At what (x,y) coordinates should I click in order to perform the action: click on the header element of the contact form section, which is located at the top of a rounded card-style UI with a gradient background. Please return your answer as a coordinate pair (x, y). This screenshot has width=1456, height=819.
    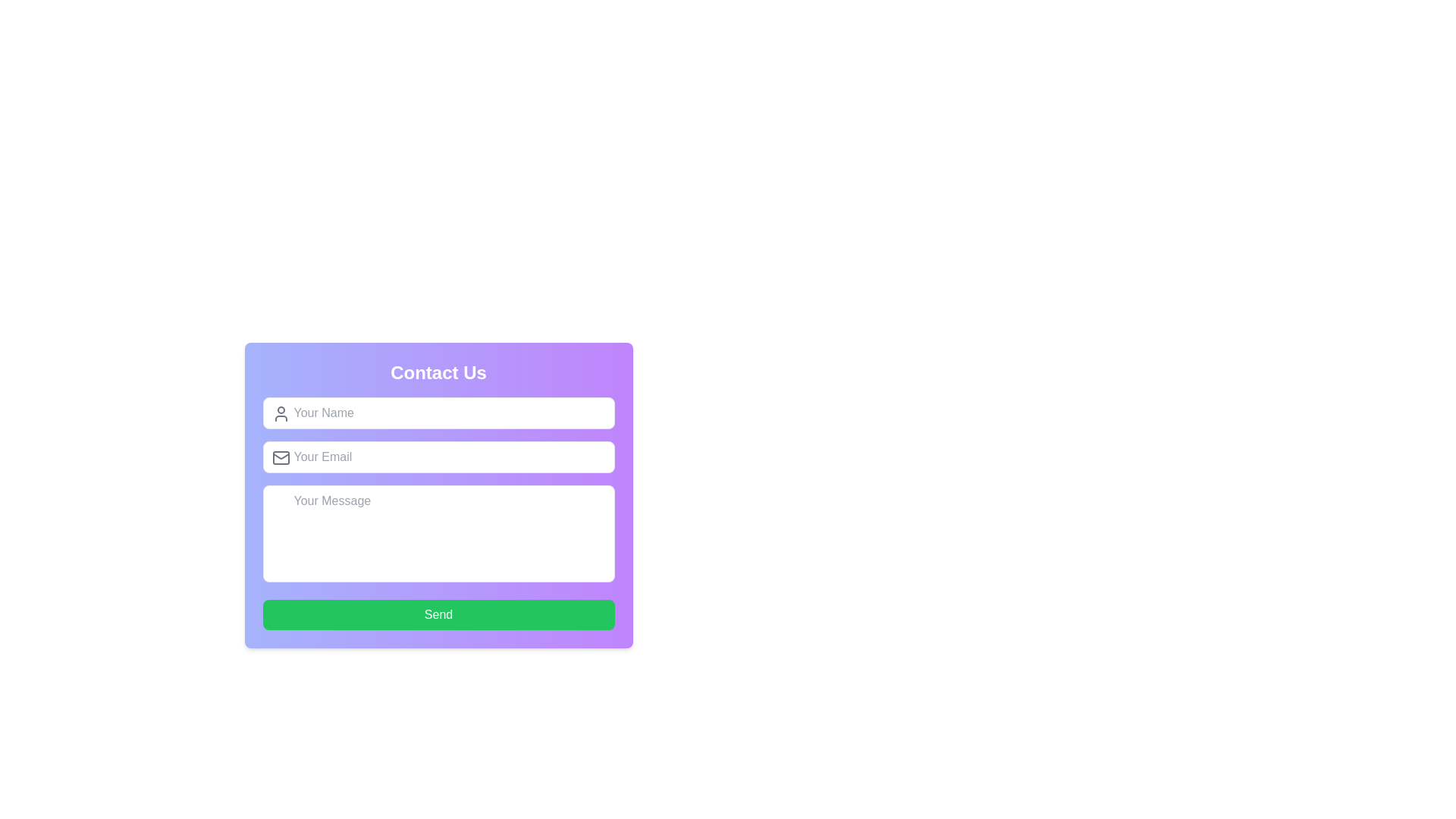
    Looking at the image, I should click on (438, 373).